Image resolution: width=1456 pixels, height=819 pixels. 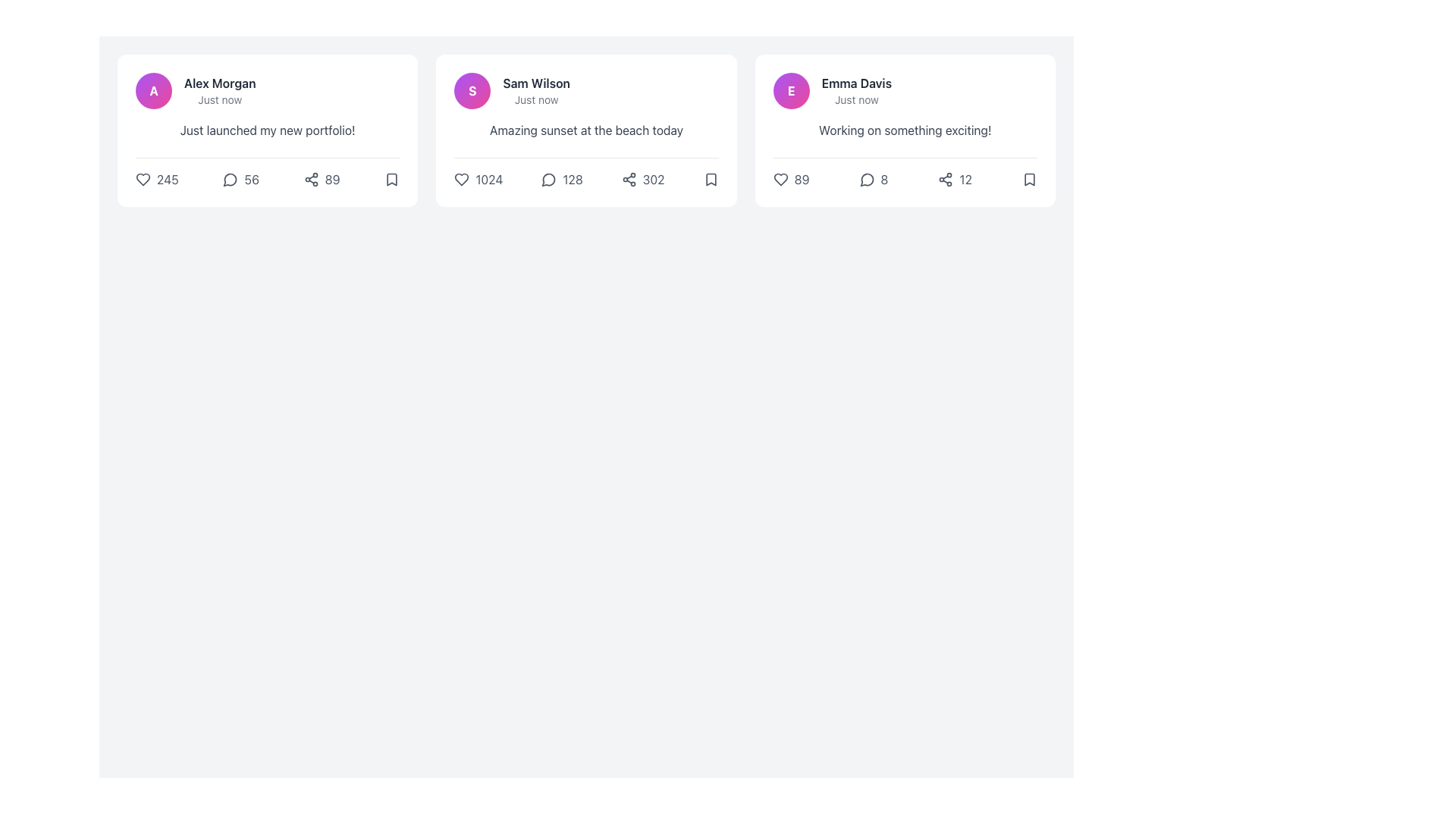 What do you see at coordinates (321, 178) in the screenshot?
I see `the share button located in the bottom right of the post card labeled 'Alex Morgan'` at bounding box center [321, 178].